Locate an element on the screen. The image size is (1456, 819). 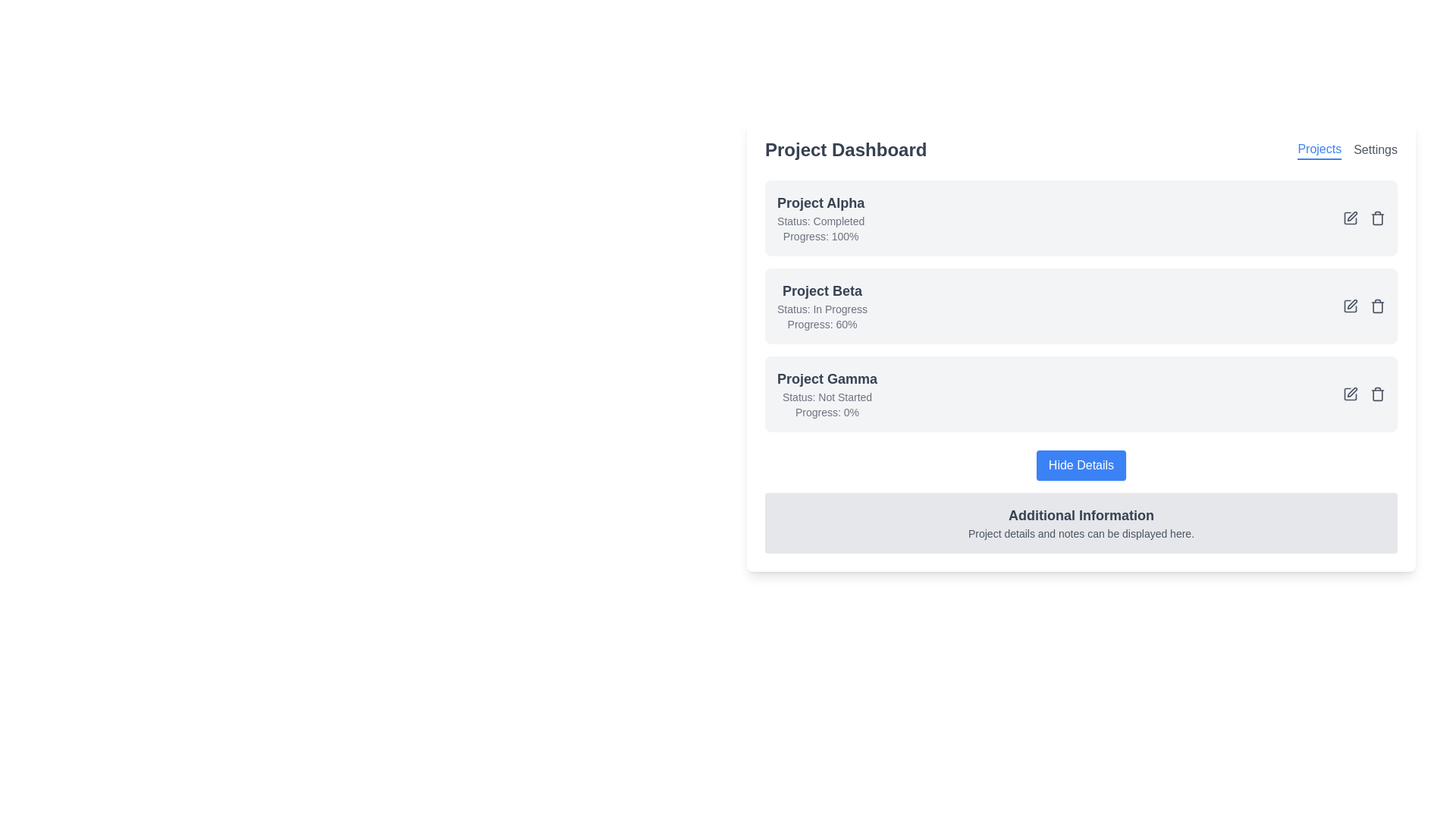
the top left portion of the 'square and pen' icon representing 'edit' in the 'Project Alpha' section of the 'Project Dashboard' is located at coordinates (1350, 218).